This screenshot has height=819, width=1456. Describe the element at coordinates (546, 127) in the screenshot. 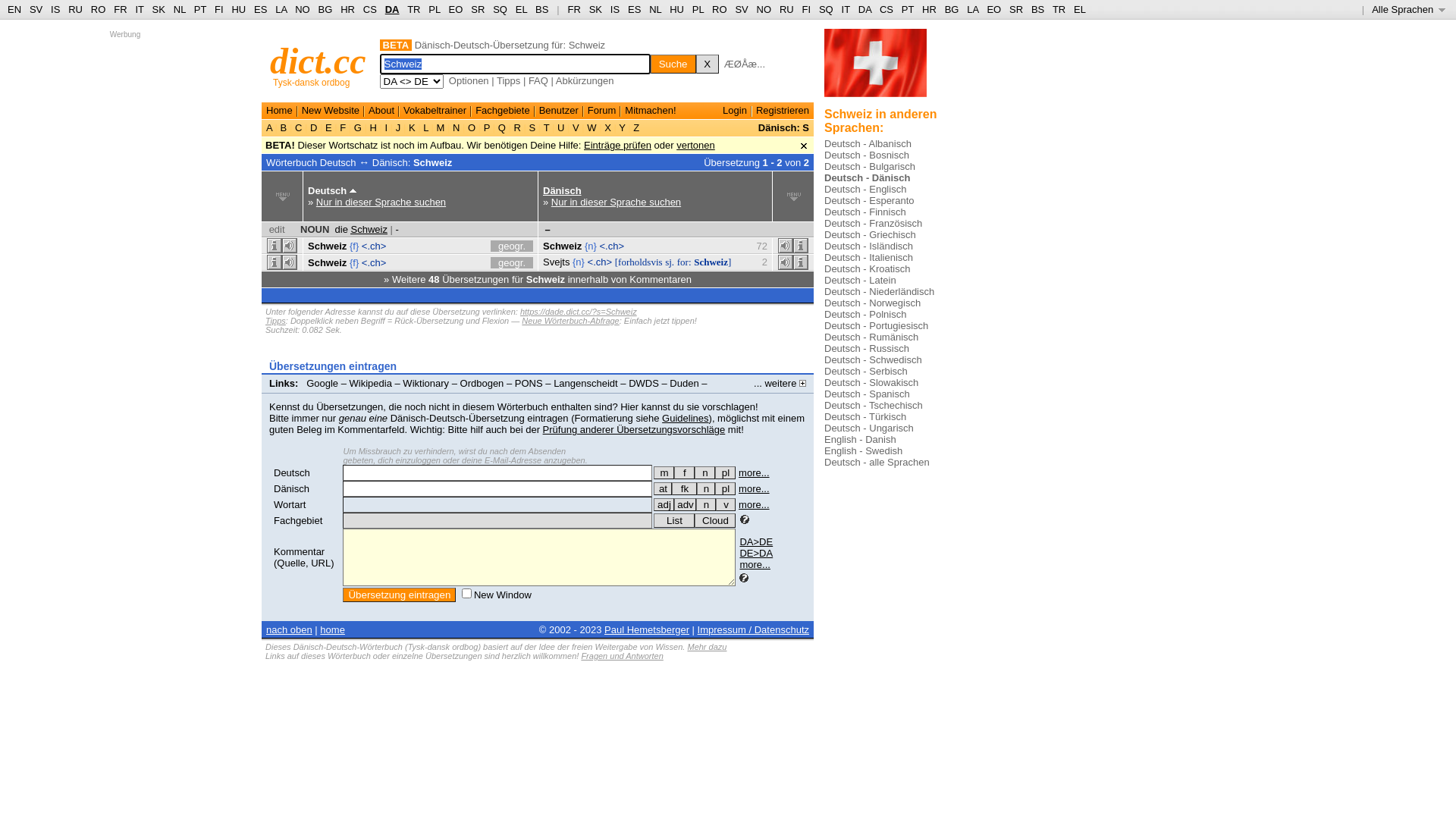

I see `'T'` at that location.